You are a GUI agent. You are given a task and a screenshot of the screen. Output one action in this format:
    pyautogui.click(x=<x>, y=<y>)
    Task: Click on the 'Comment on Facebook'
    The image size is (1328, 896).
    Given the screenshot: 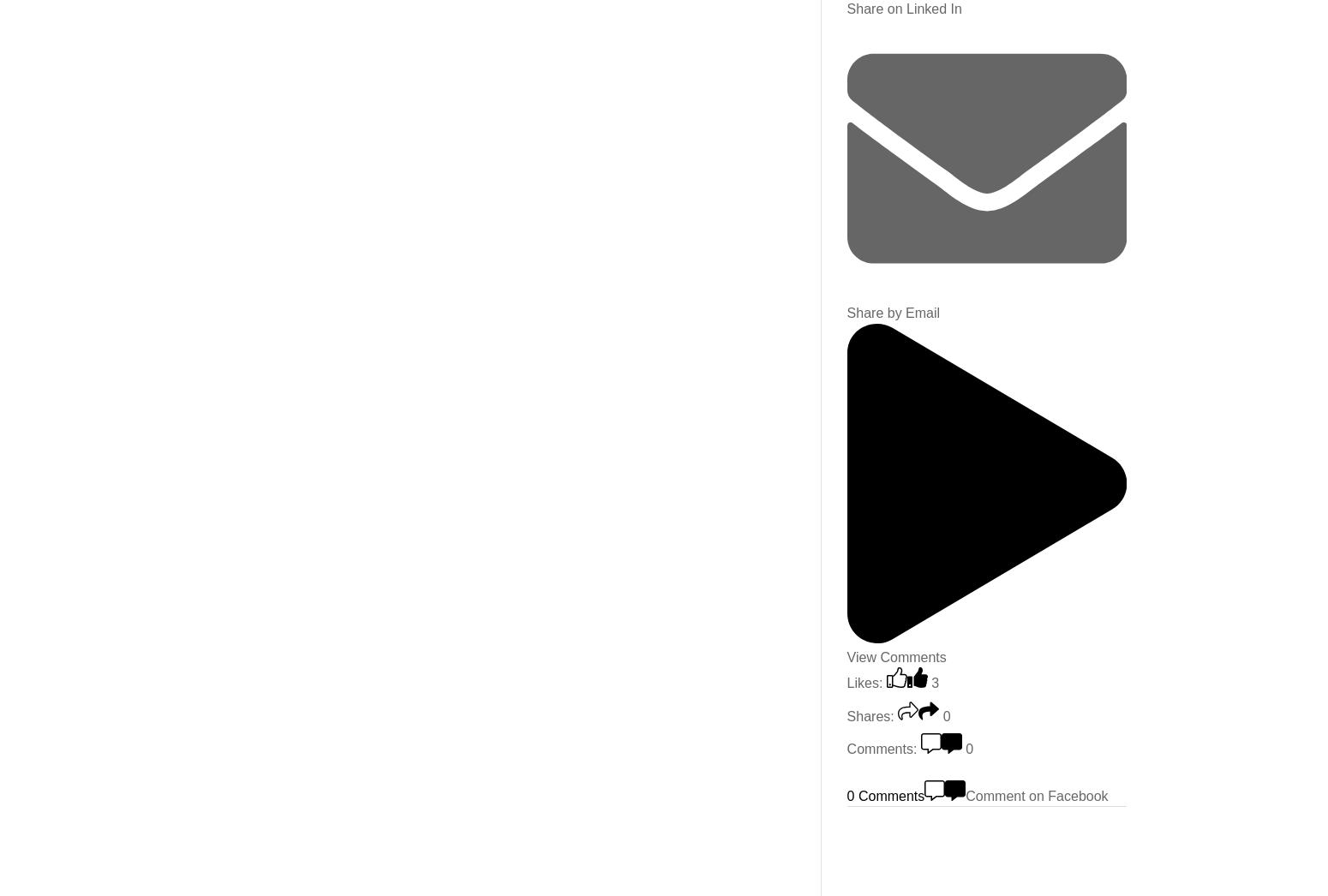 What is the action you would take?
    pyautogui.click(x=1036, y=795)
    